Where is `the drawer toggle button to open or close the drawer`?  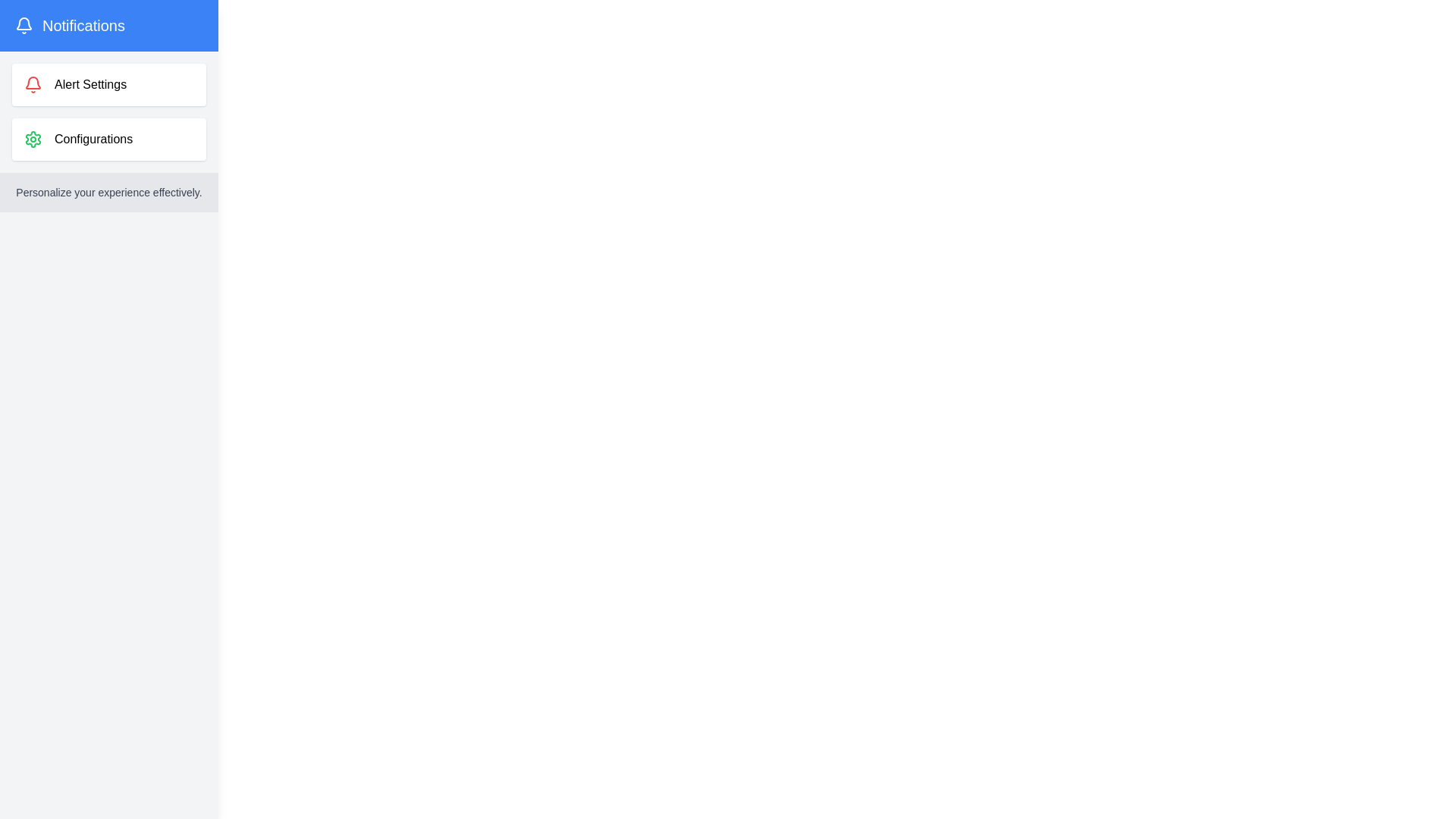
the drawer toggle button to open or close the drawer is located at coordinates (41, 37).